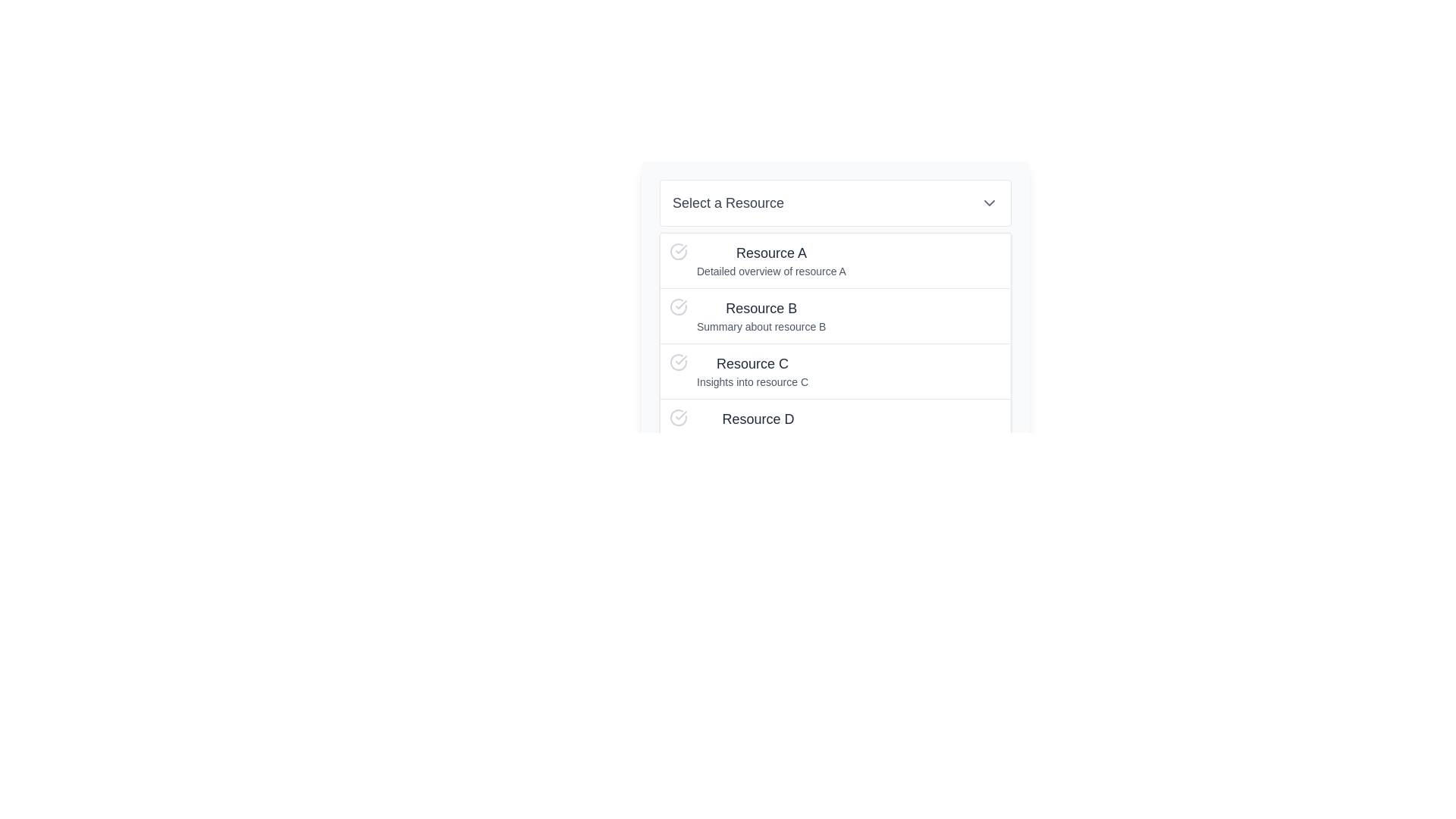  What do you see at coordinates (771, 259) in the screenshot?
I see `text displayed as the title and overview of 'Resource A', which is located immediately below the 'Select a Resource' dropdown menu in a vertical list of resources` at bounding box center [771, 259].